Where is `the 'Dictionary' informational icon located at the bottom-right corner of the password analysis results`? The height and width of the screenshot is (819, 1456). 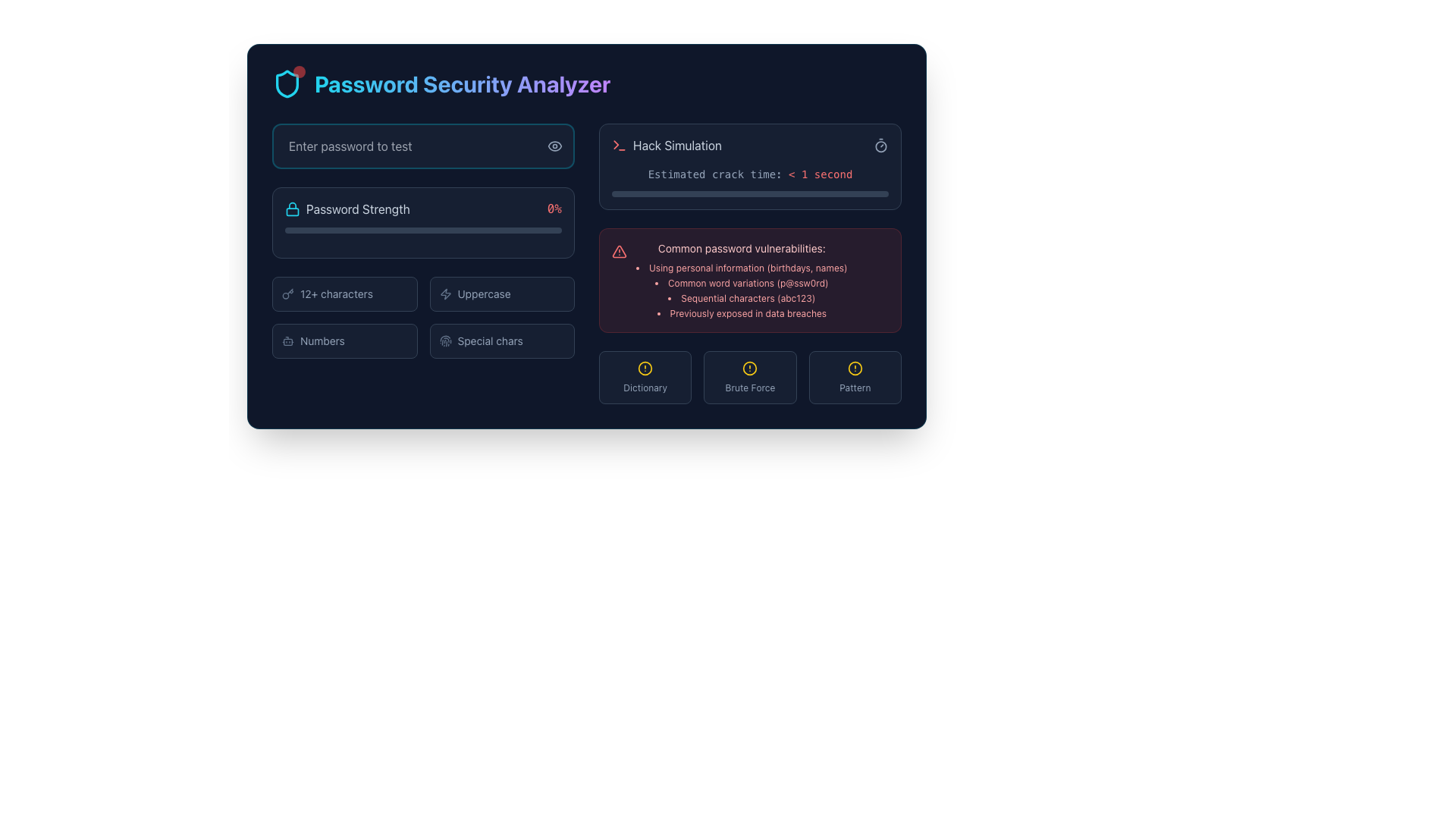
the 'Dictionary' informational icon located at the bottom-right corner of the password analysis results is located at coordinates (645, 376).